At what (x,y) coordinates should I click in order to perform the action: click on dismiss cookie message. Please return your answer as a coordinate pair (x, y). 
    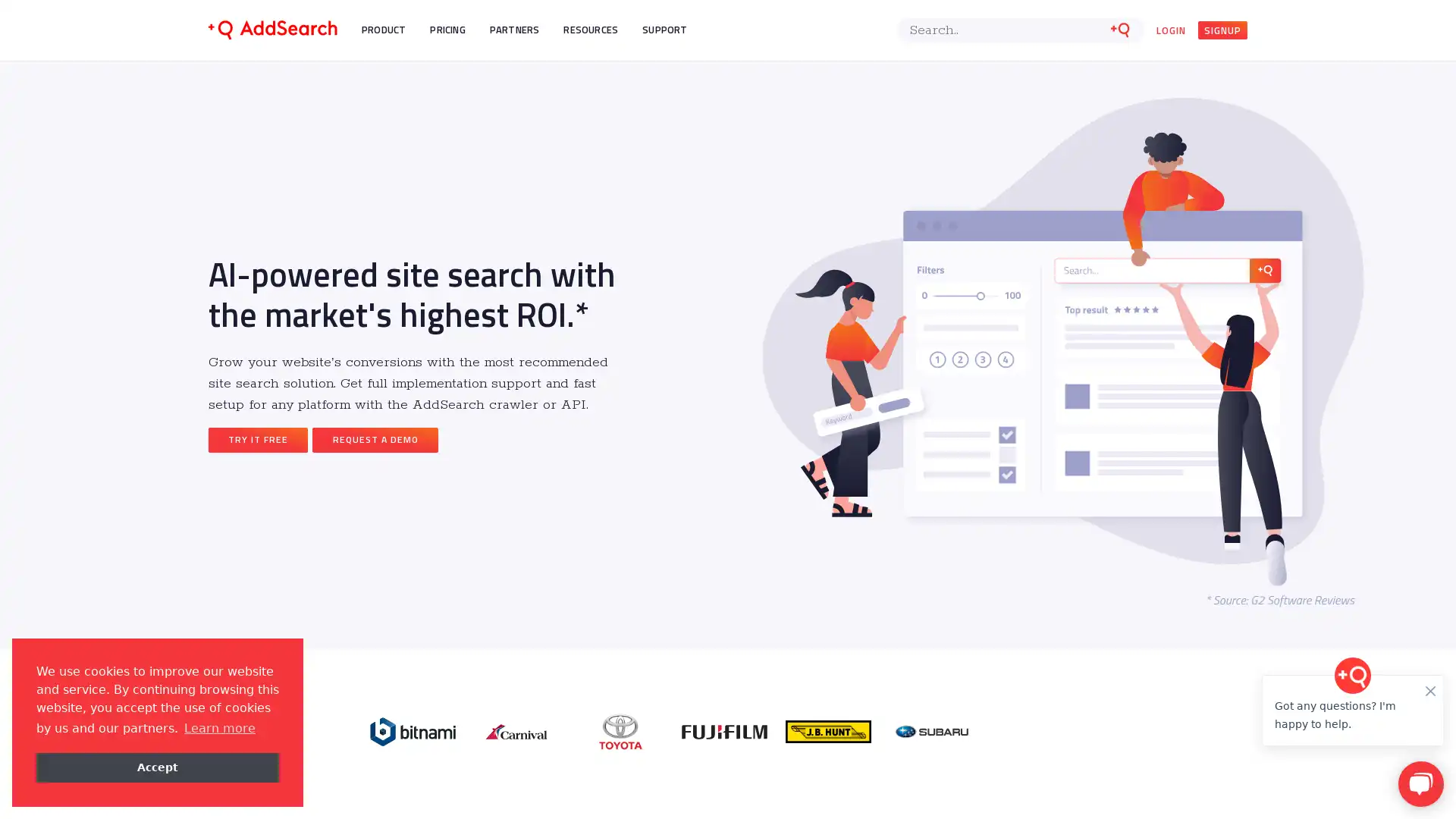
    Looking at the image, I should click on (157, 767).